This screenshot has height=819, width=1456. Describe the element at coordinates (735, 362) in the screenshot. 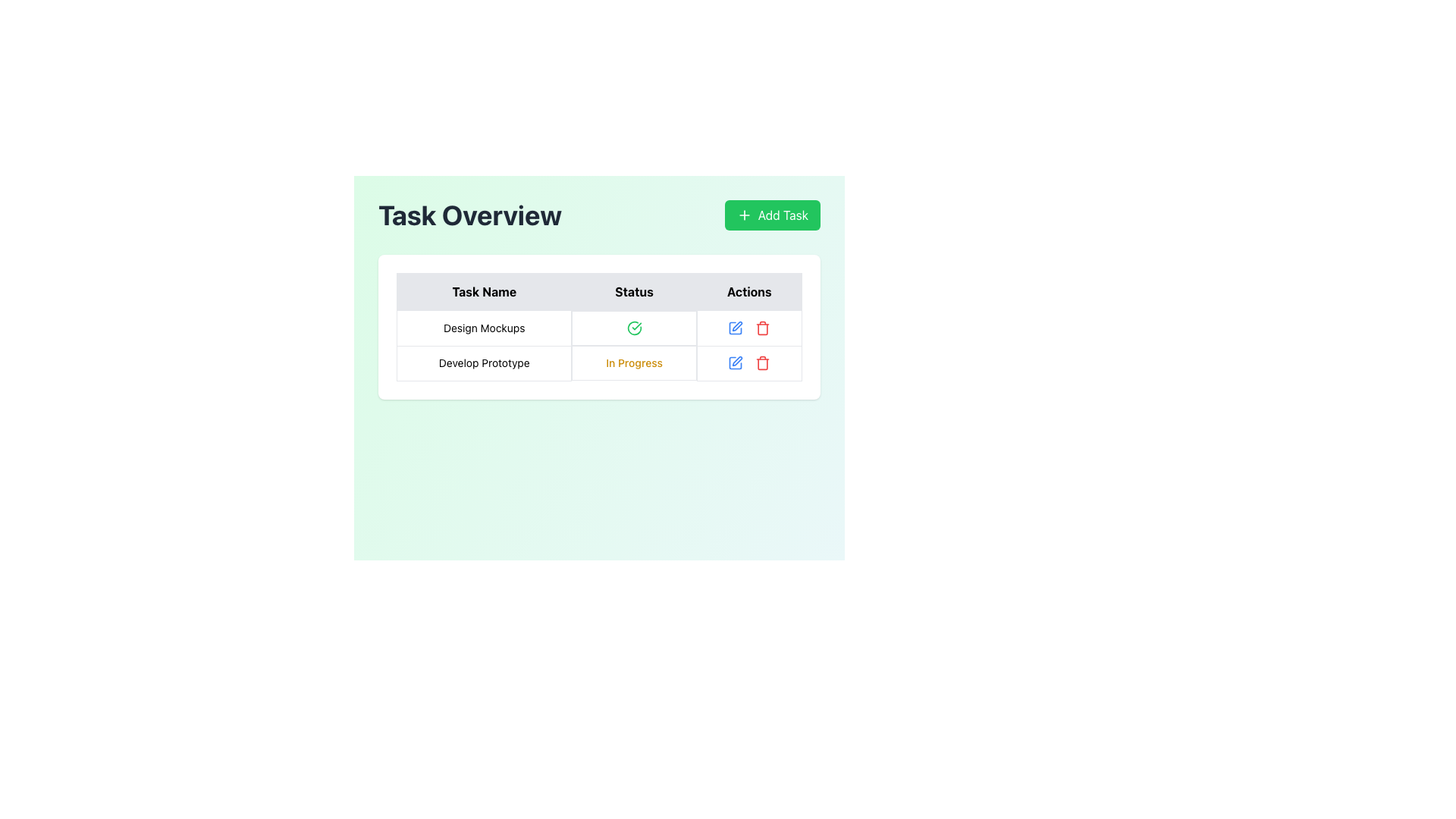

I see `the edit icon in the 'Actions' column of the task list to initiate editing for the task labeled 'Develop Prototype'` at that location.